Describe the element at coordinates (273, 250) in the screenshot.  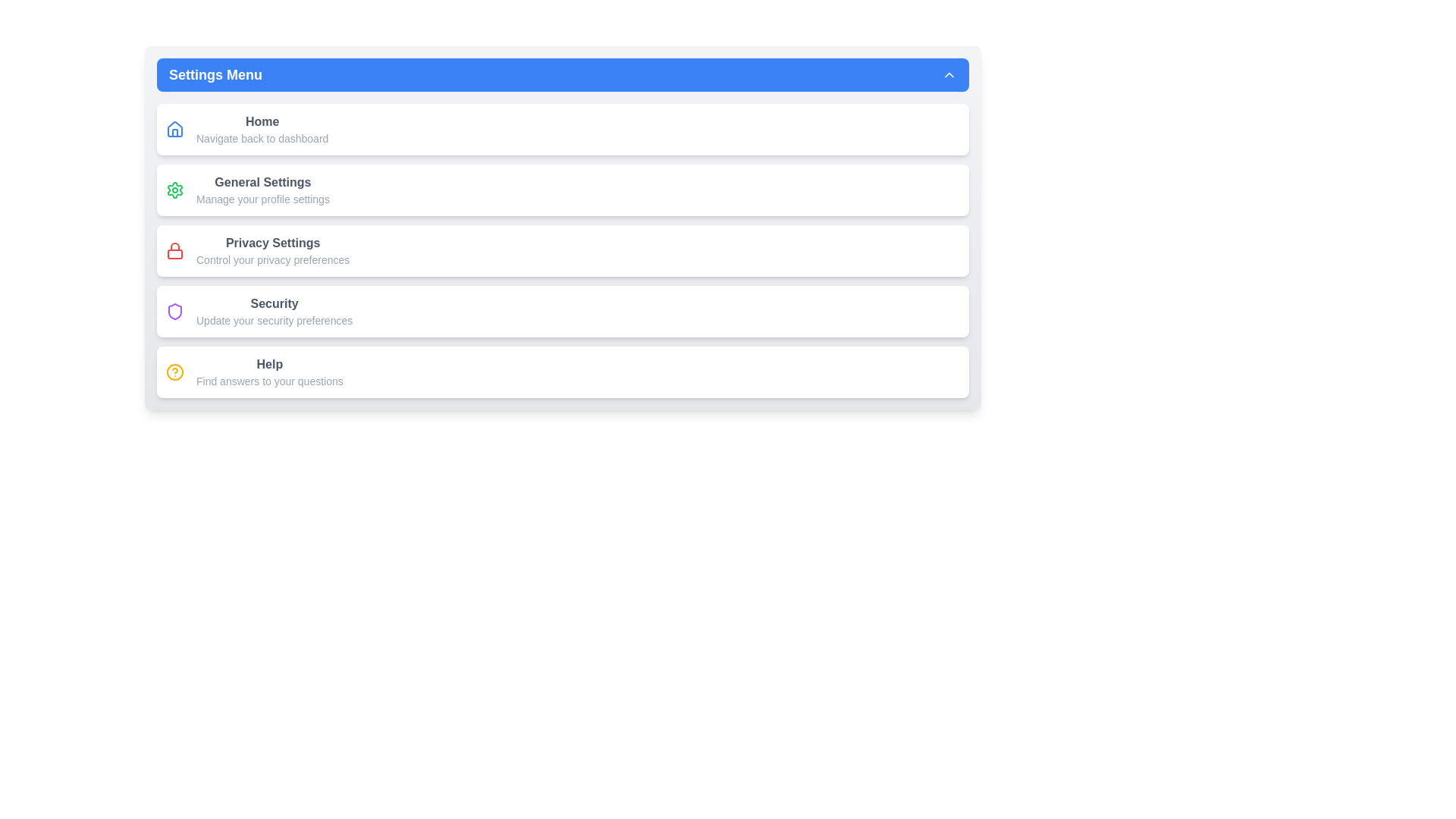
I see `the 'Privacy Settings' text display located between 'General Settings' and 'Security' in the vertical list of settings options` at that location.